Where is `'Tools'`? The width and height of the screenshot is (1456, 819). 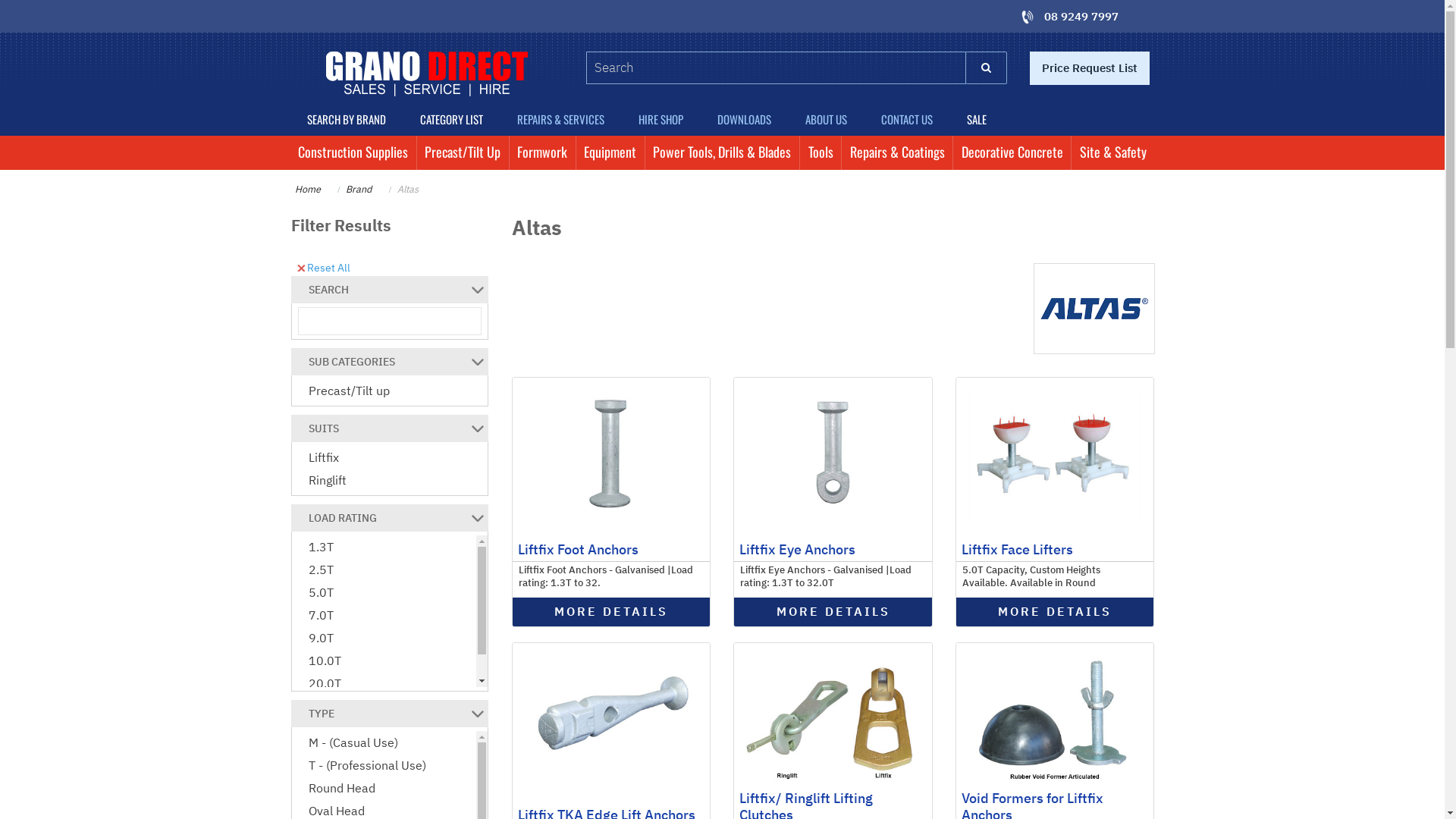
'Tools' is located at coordinates (819, 152).